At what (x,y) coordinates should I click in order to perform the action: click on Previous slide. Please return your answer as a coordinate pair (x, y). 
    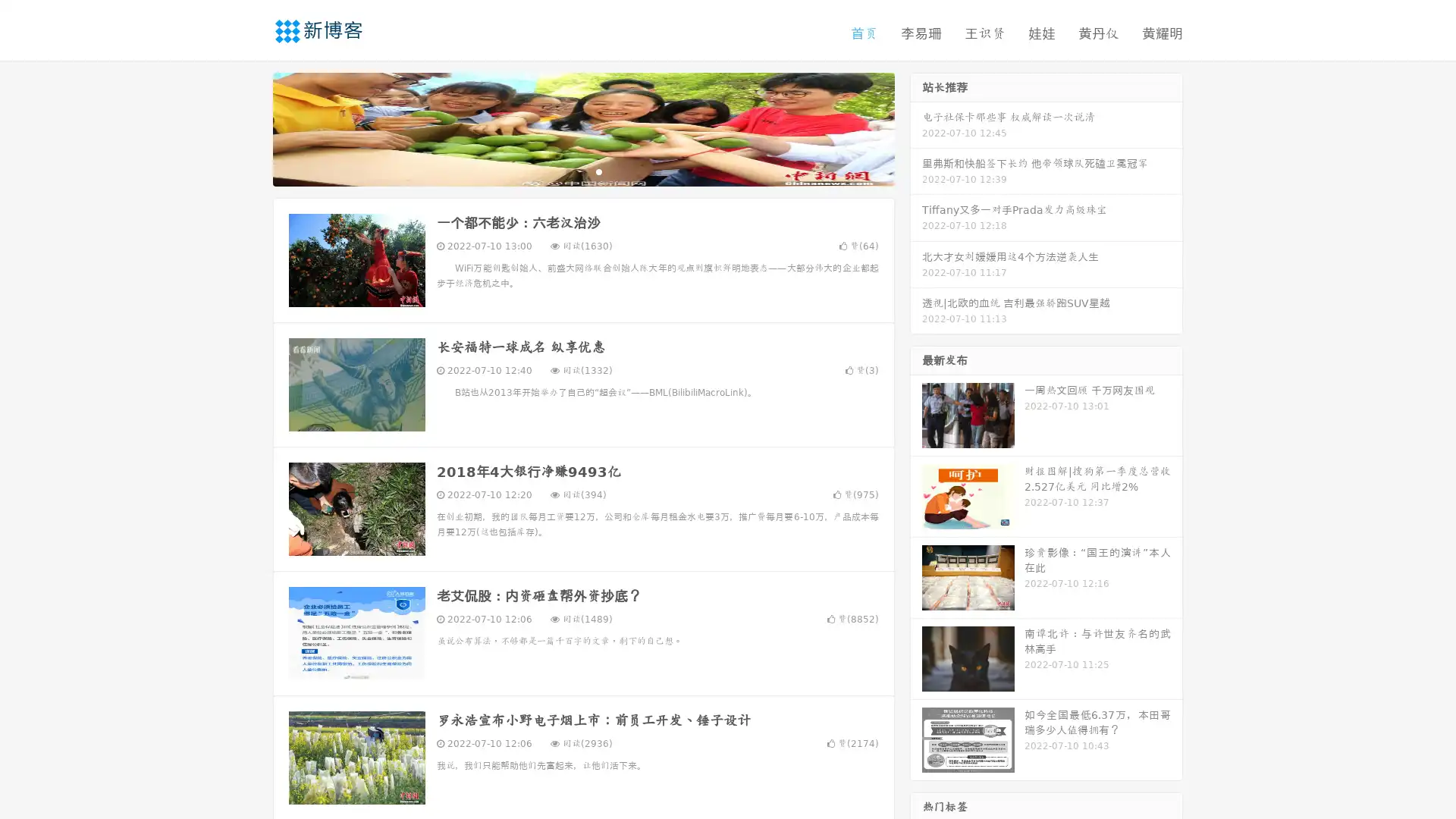
    Looking at the image, I should click on (250, 127).